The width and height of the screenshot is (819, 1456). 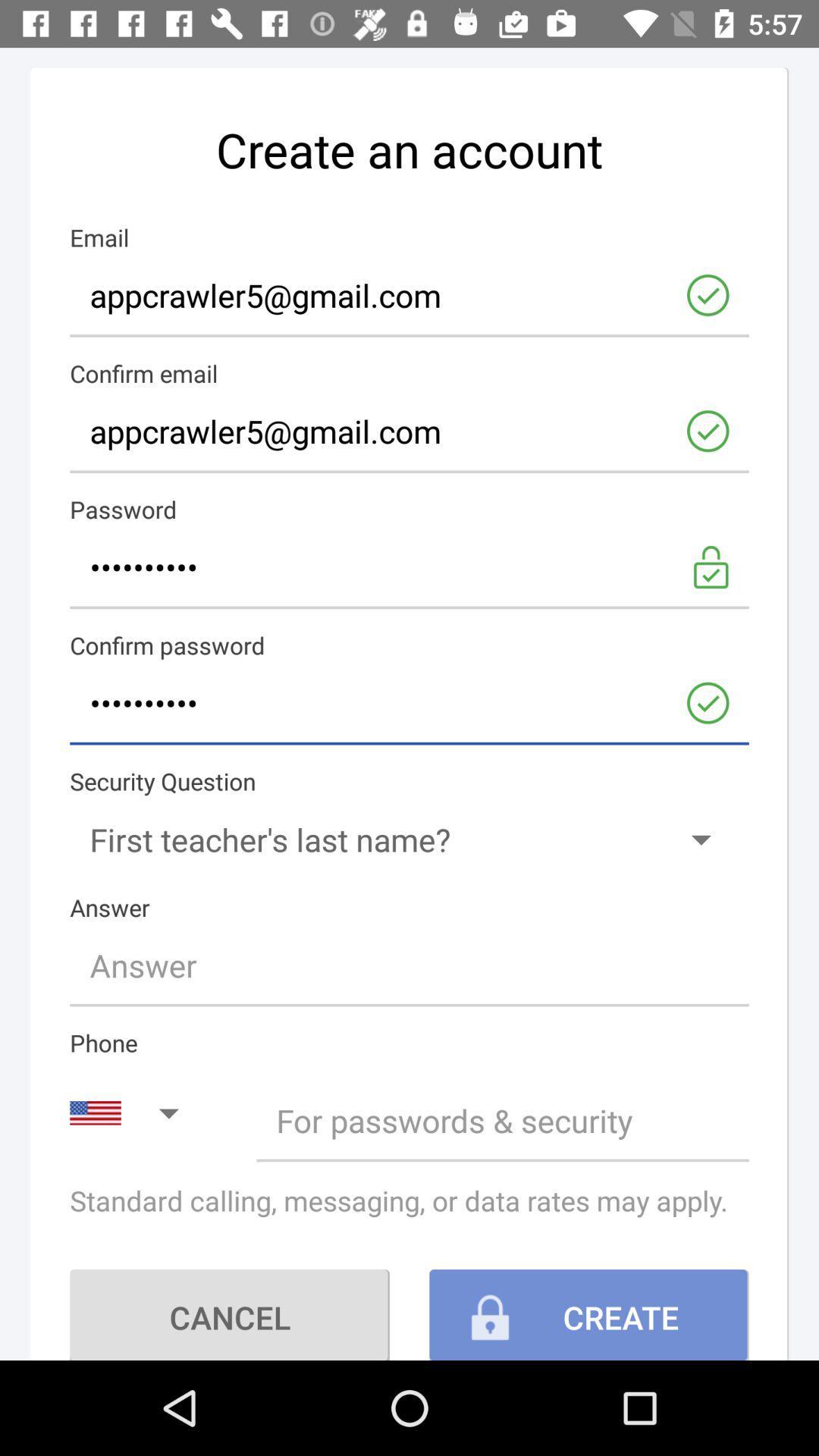 What do you see at coordinates (409, 964) in the screenshot?
I see `answer button` at bounding box center [409, 964].